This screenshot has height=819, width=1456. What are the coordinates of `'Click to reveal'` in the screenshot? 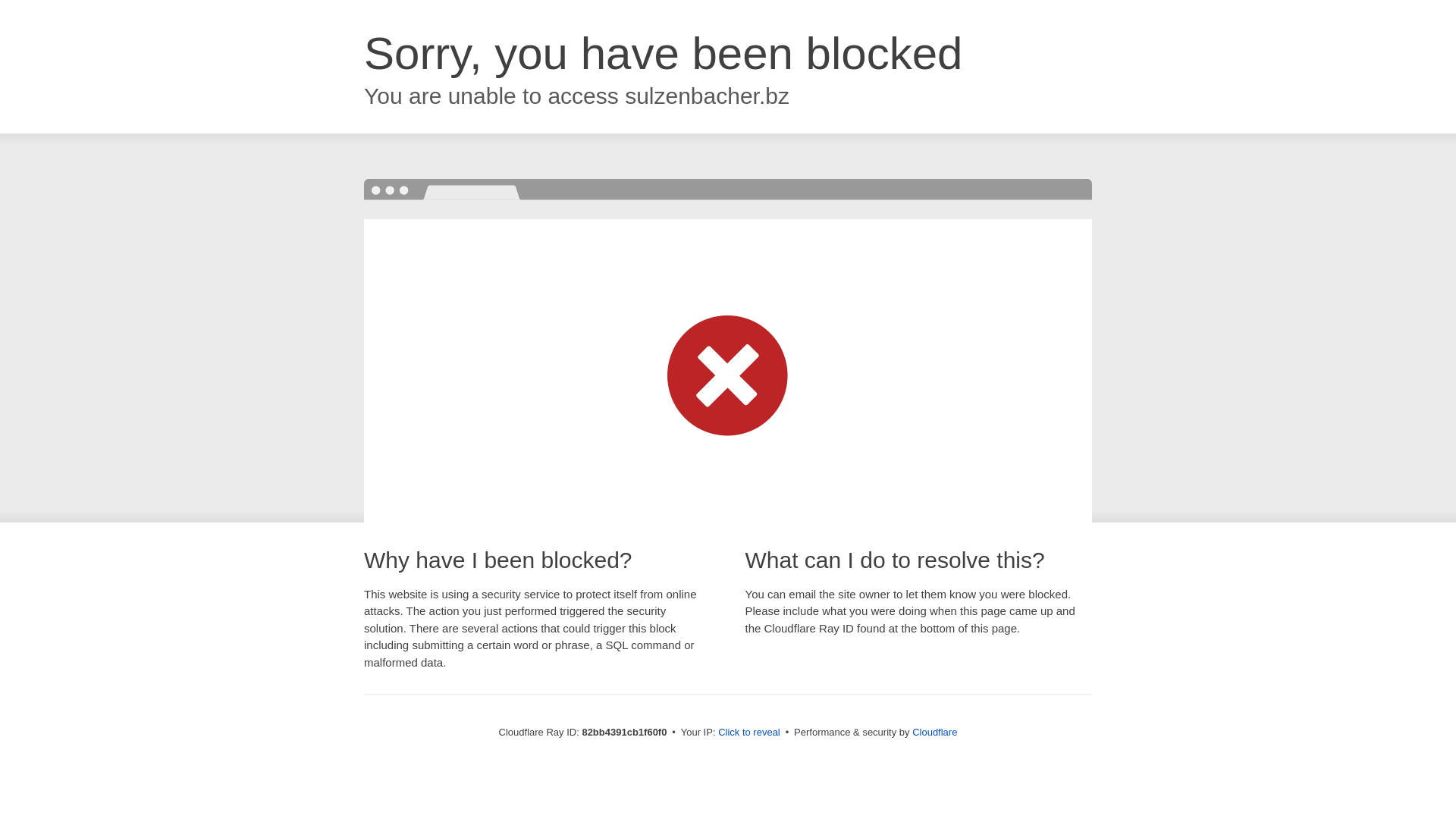 It's located at (717, 731).